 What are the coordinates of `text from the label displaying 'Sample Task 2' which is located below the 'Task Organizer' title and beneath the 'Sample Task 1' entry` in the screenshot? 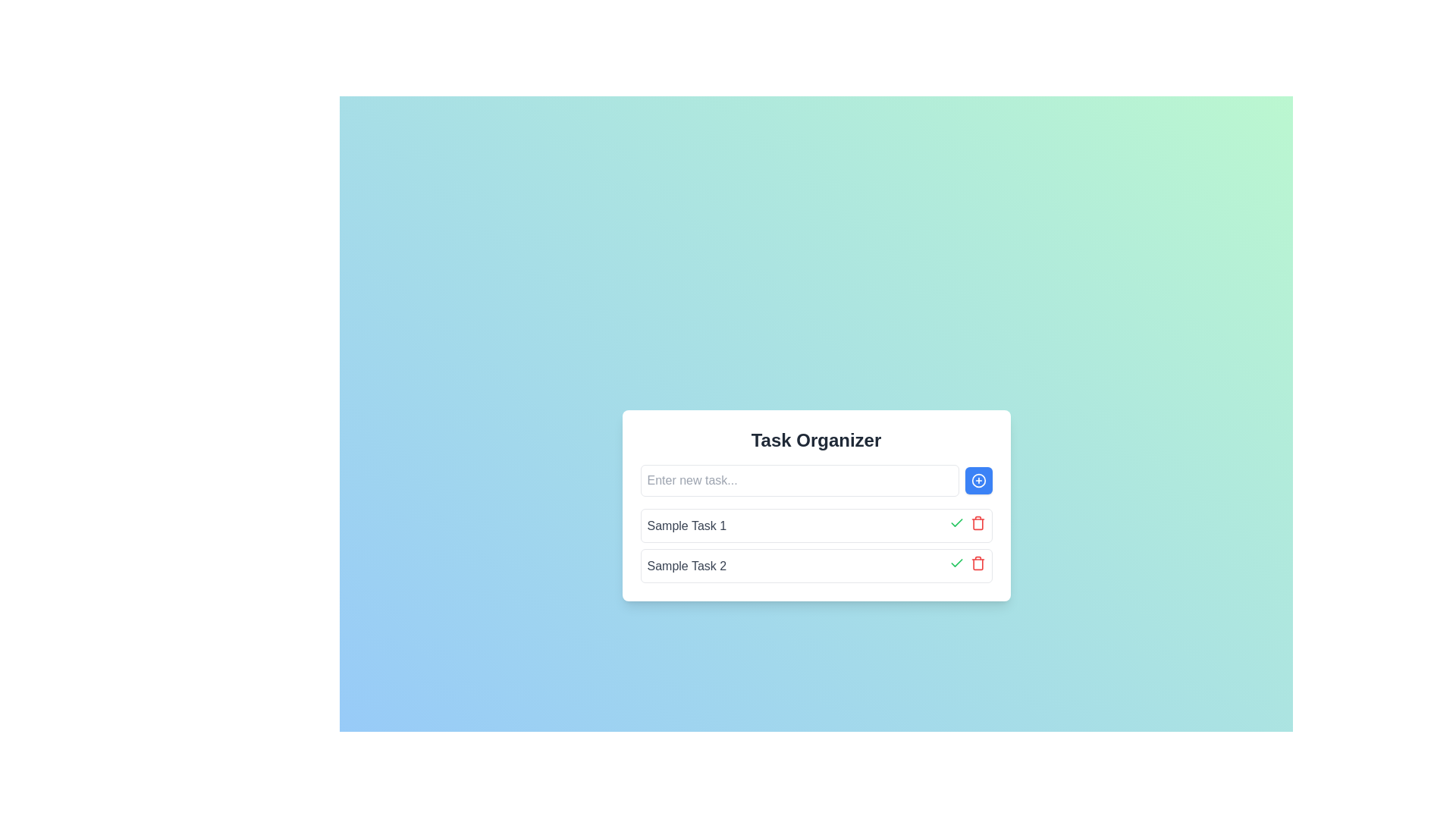 It's located at (686, 566).